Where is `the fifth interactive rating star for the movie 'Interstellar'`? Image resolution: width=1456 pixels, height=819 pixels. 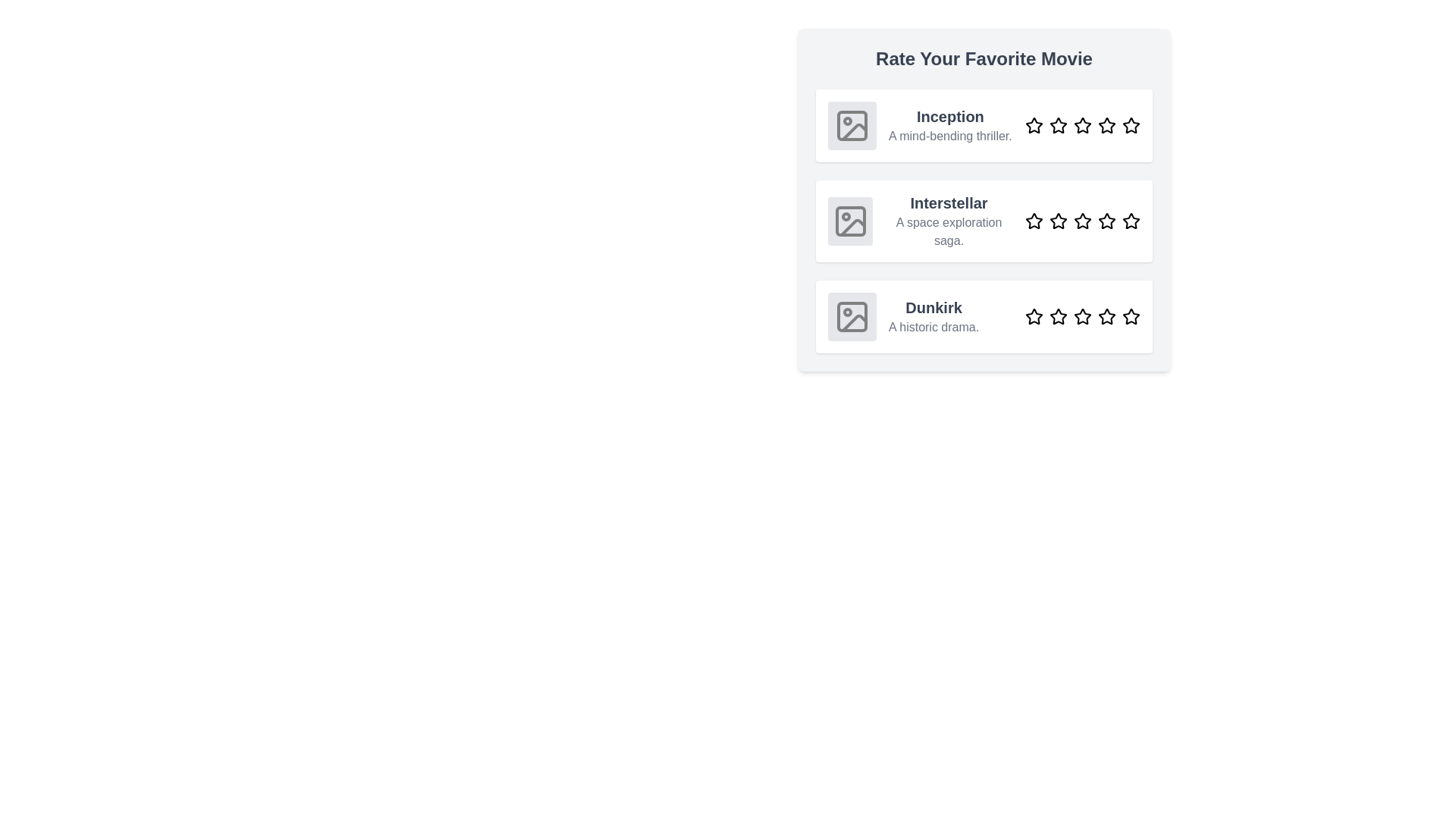 the fifth interactive rating star for the movie 'Interstellar' is located at coordinates (1131, 221).